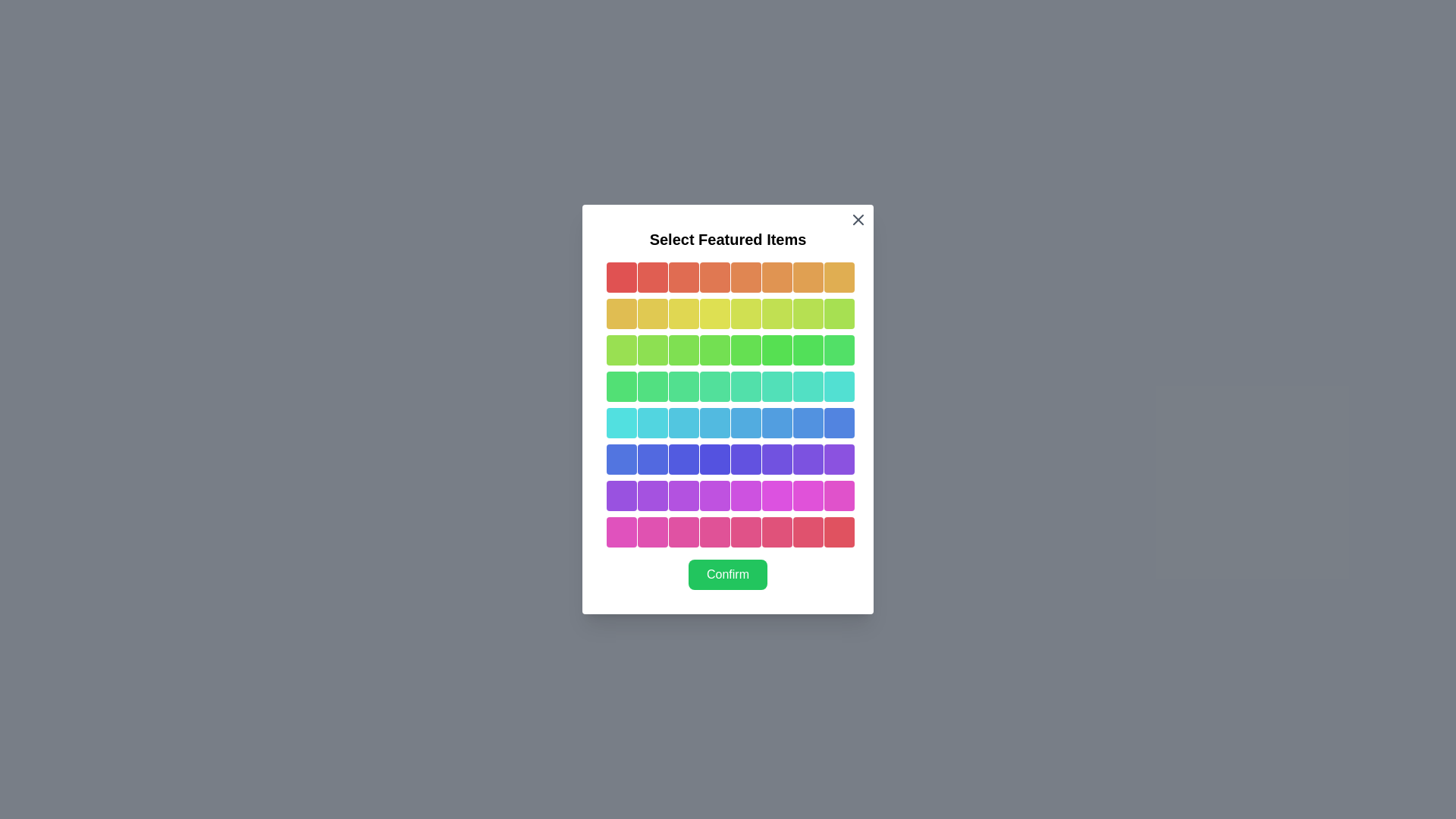  What do you see at coordinates (728, 575) in the screenshot?
I see `the 'Confirm' button to finalize the selection` at bounding box center [728, 575].